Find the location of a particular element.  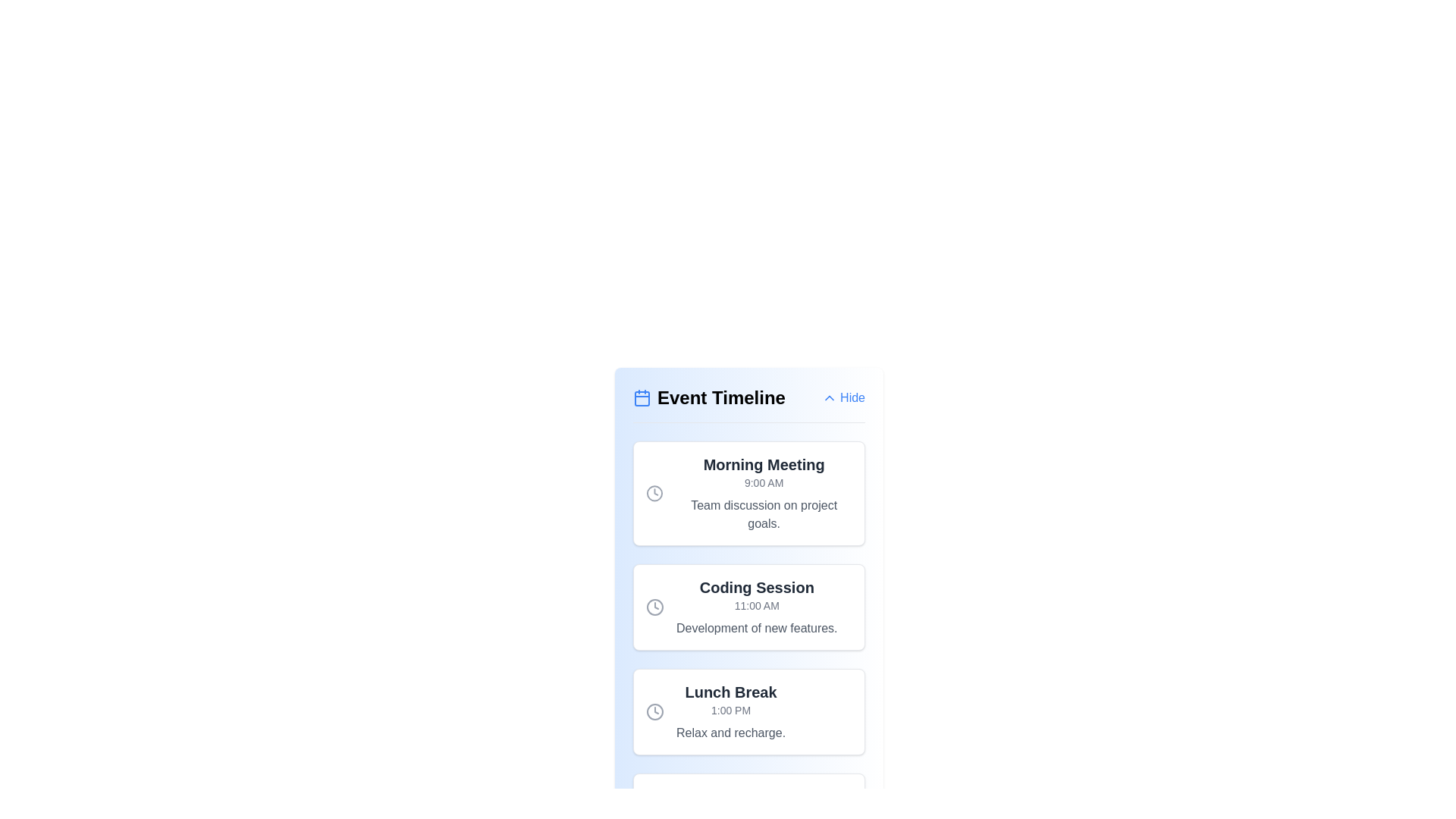

text label titled 'Coding Session' located at the top of the second card in the 'Event Timeline' section is located at coordinates (757, 587).